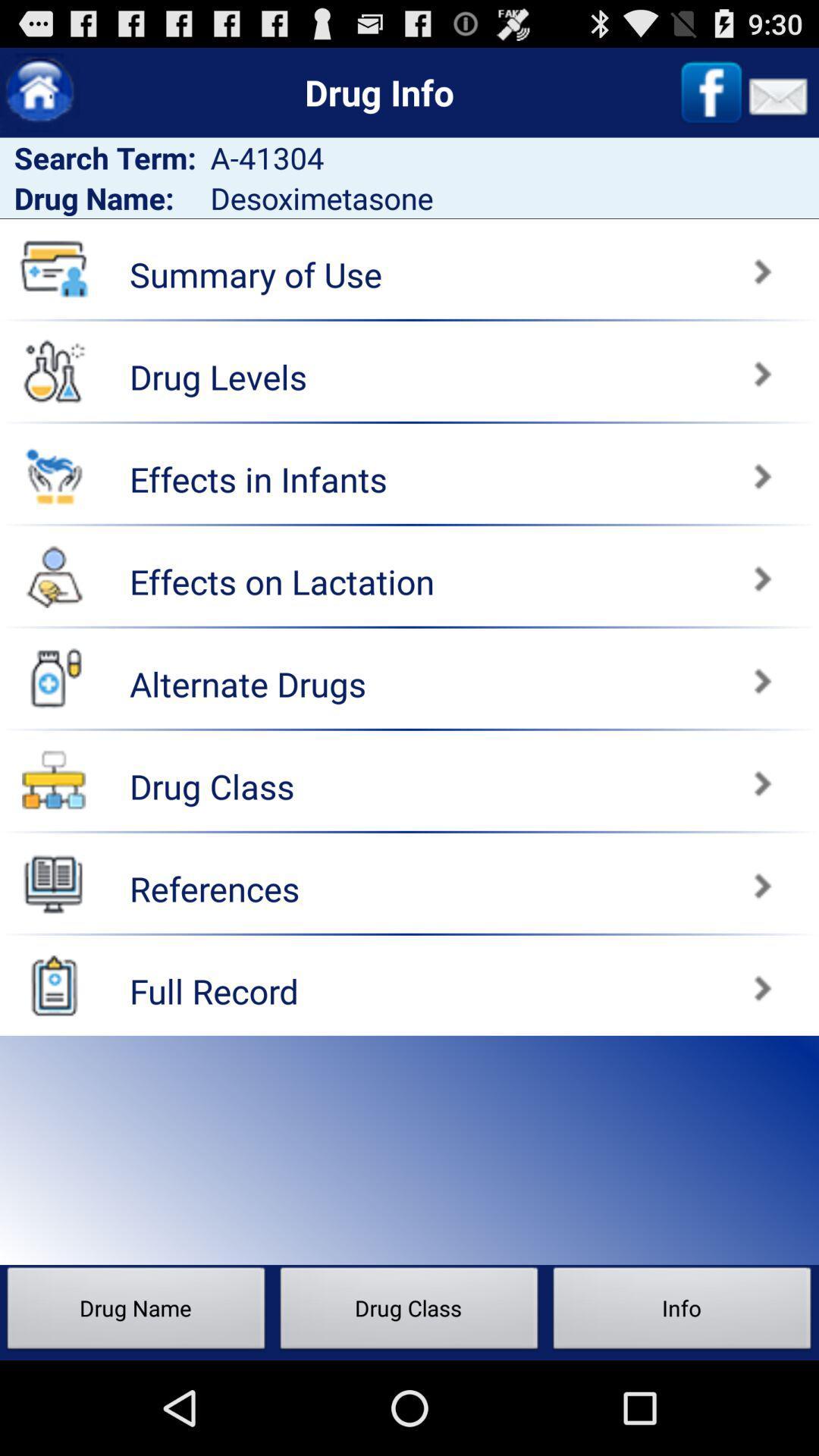 The image size is (819, 1456). What do you see at coordinates (53, 883) in the screenshot?
I see `open references` at bounding box center [53, 883].